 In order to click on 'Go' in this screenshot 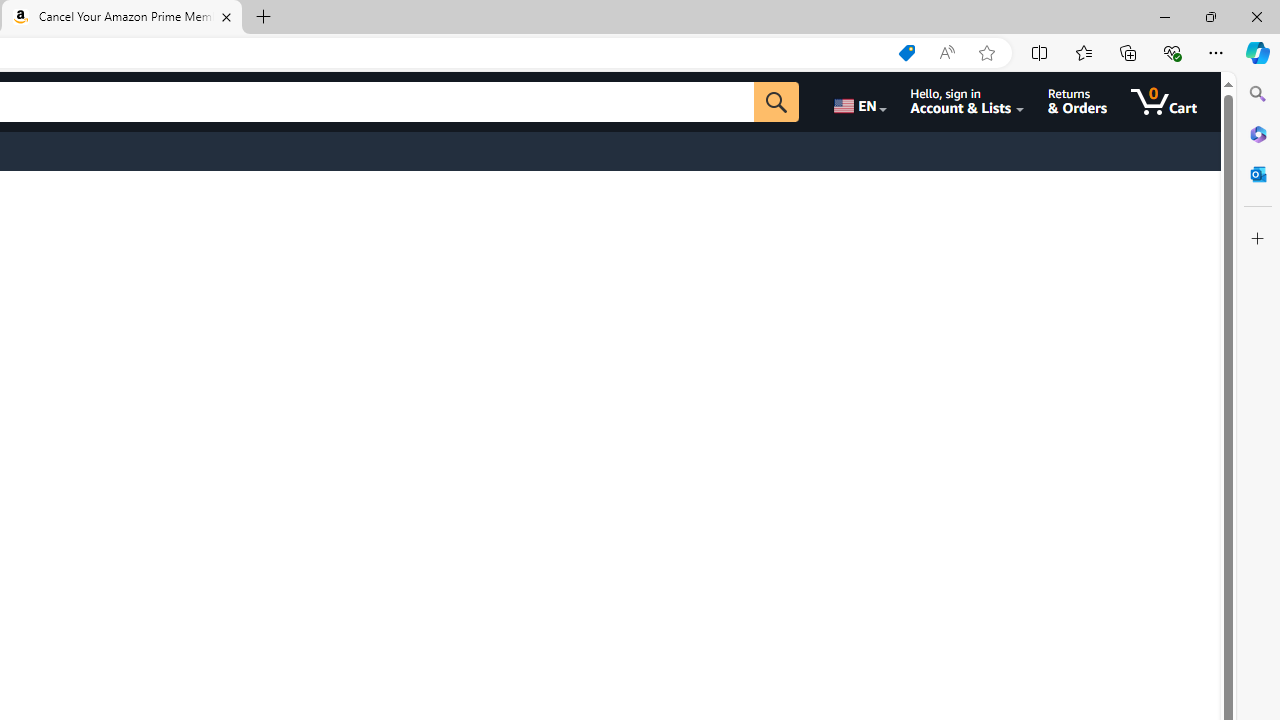, I will do `click(775, 101)`.